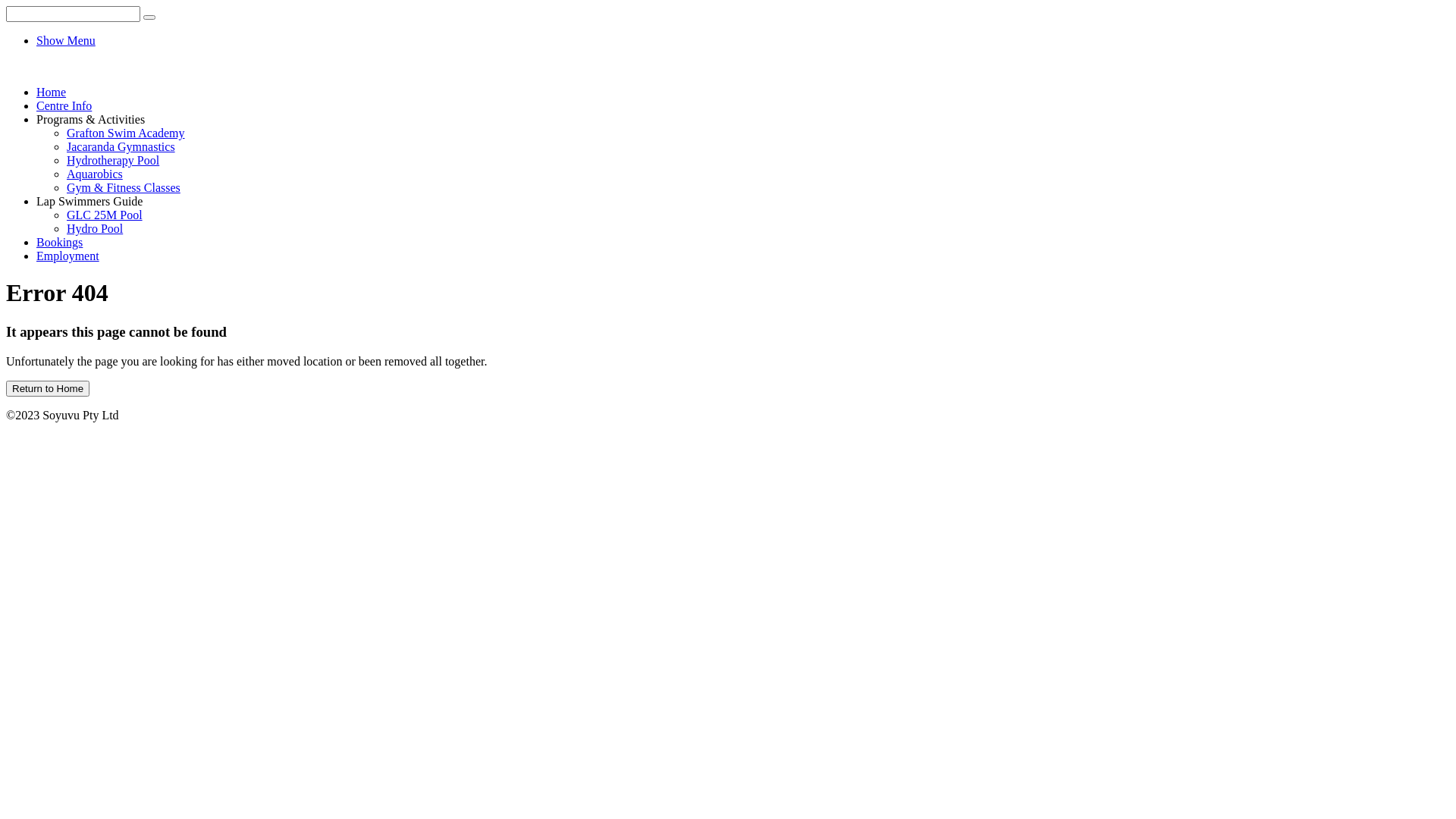 The height and width of the screenshot is (819, 1456). I want to click on 'Lap Swimmers Guide', so click(89, 200).